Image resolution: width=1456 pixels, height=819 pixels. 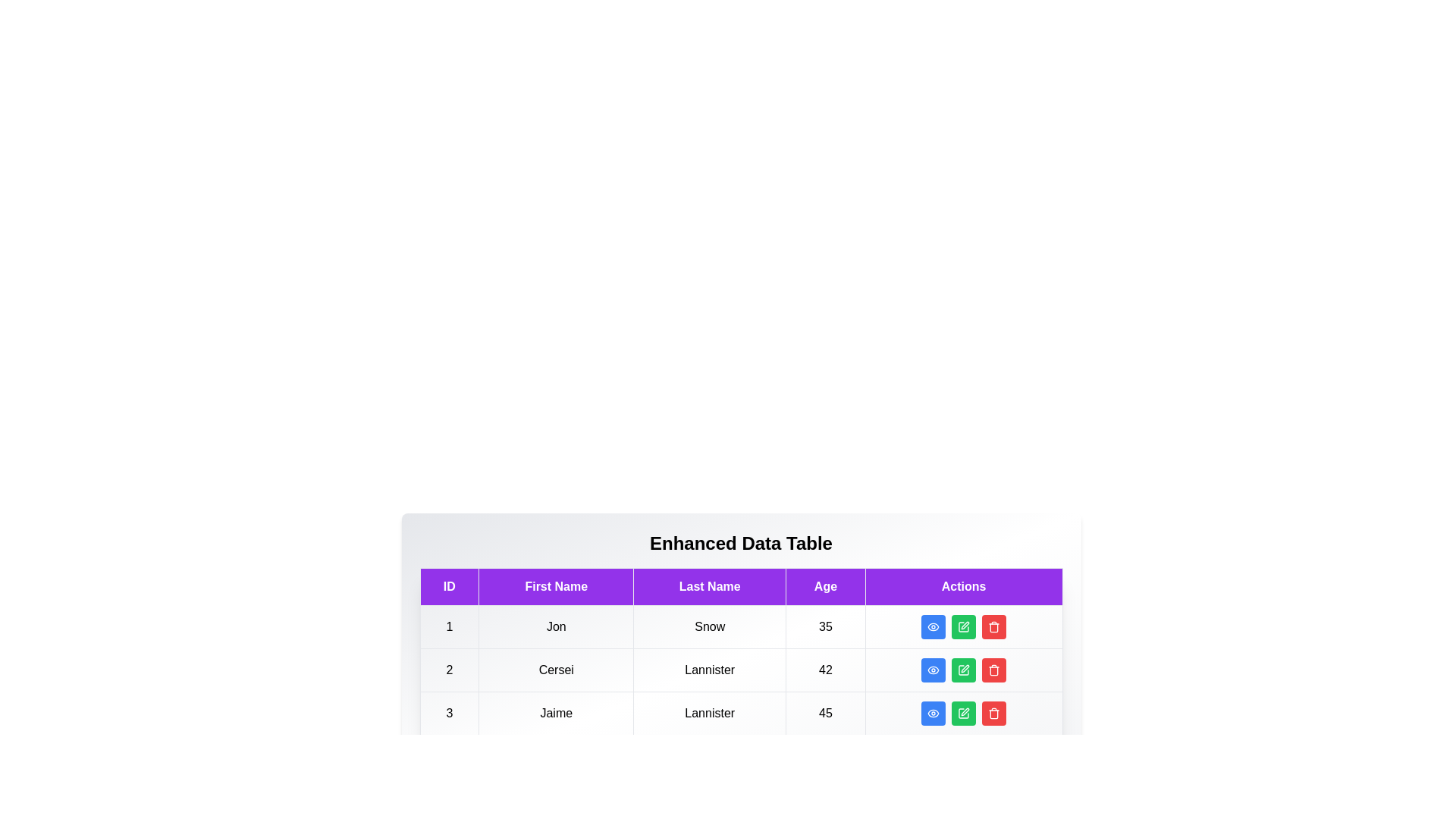 What do you see at coordinates (741, 626) in the screenshot?
I see `the row corresponding to 1 to highlight it` at bounding box center [741, 626].